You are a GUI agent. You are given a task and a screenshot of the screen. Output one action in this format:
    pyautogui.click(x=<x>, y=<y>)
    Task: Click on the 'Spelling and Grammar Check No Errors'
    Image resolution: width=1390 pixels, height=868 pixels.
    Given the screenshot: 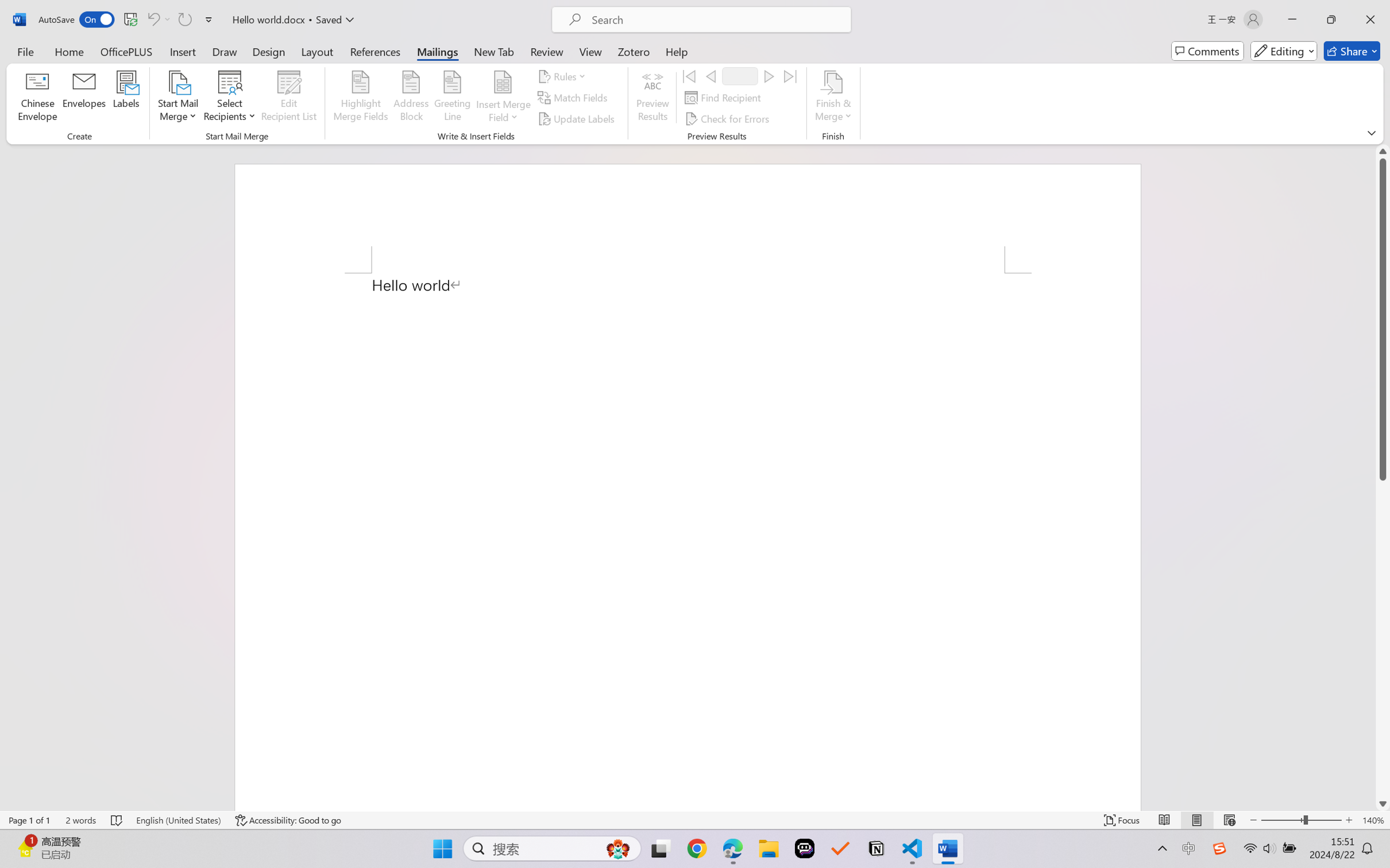 What is the action you would take?
    pyautogui.click(x=117, y=820)
    